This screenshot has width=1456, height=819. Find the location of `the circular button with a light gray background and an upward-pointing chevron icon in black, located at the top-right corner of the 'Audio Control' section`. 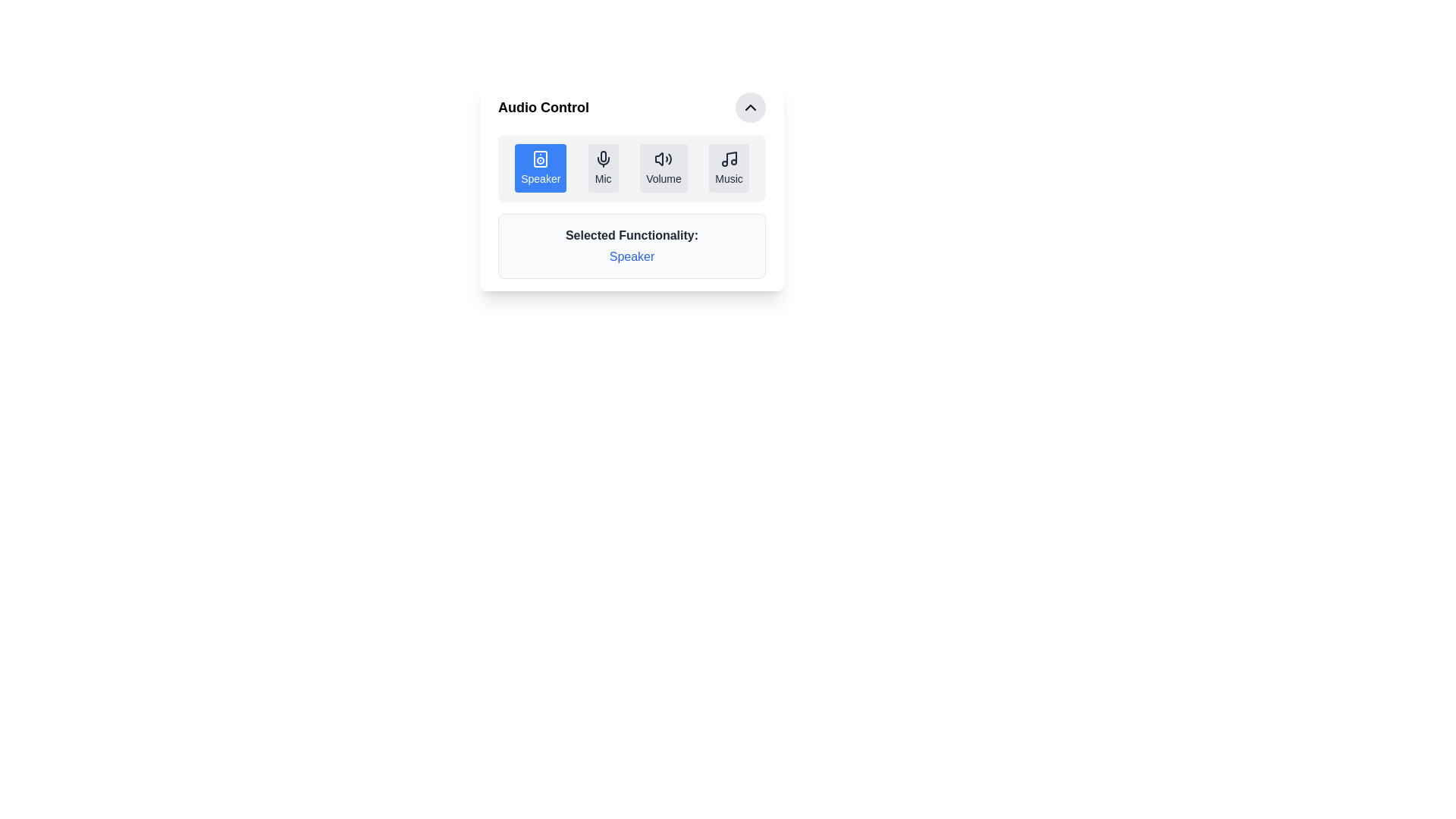

the circular button with a light gray background and an upward-pointing chevron icon in black, located at the top-right corner of the 'Audio Control' section is located at coordinates (750, 107).